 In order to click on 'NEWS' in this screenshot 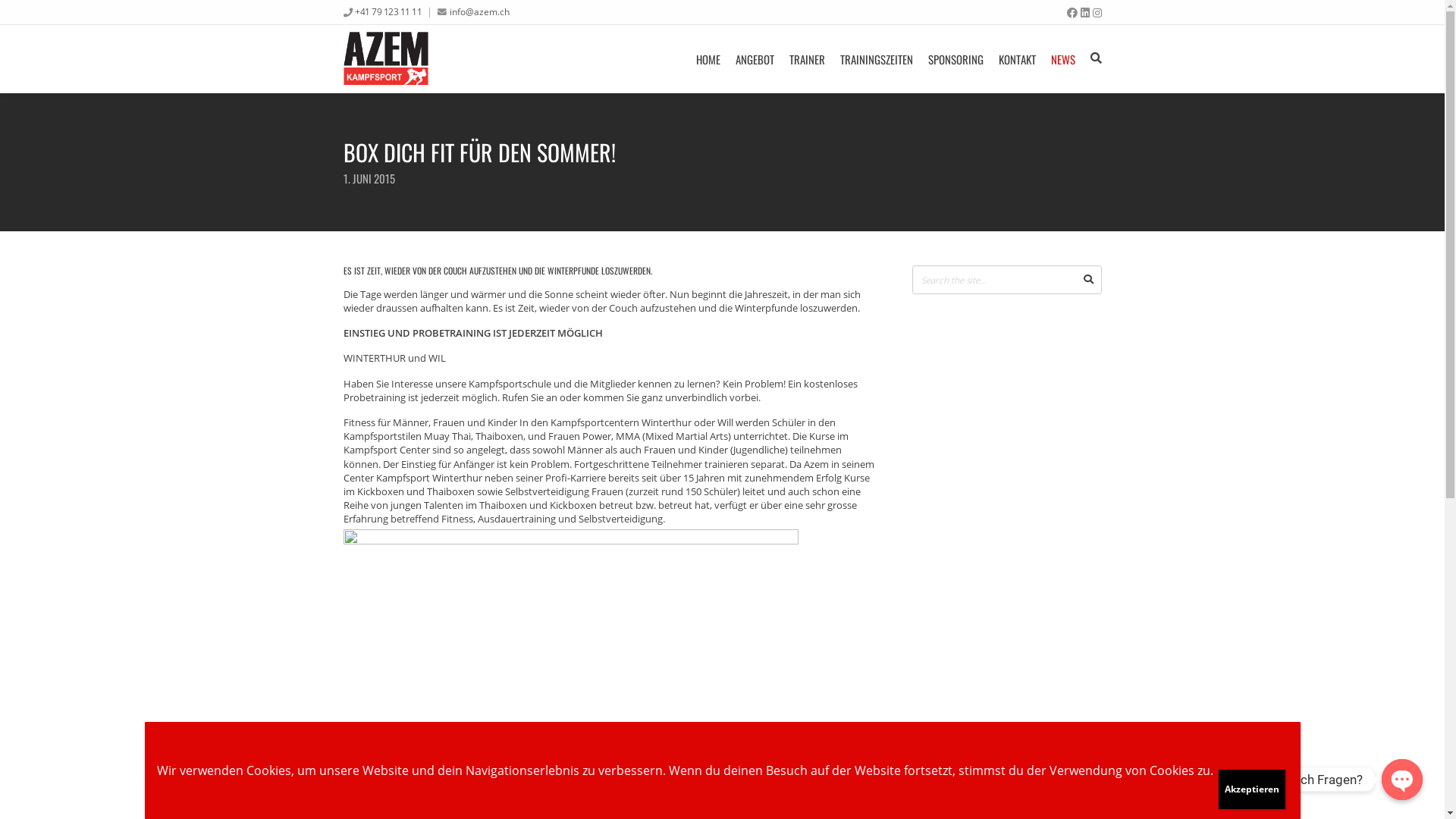, I will do `click(1062, 58)`.